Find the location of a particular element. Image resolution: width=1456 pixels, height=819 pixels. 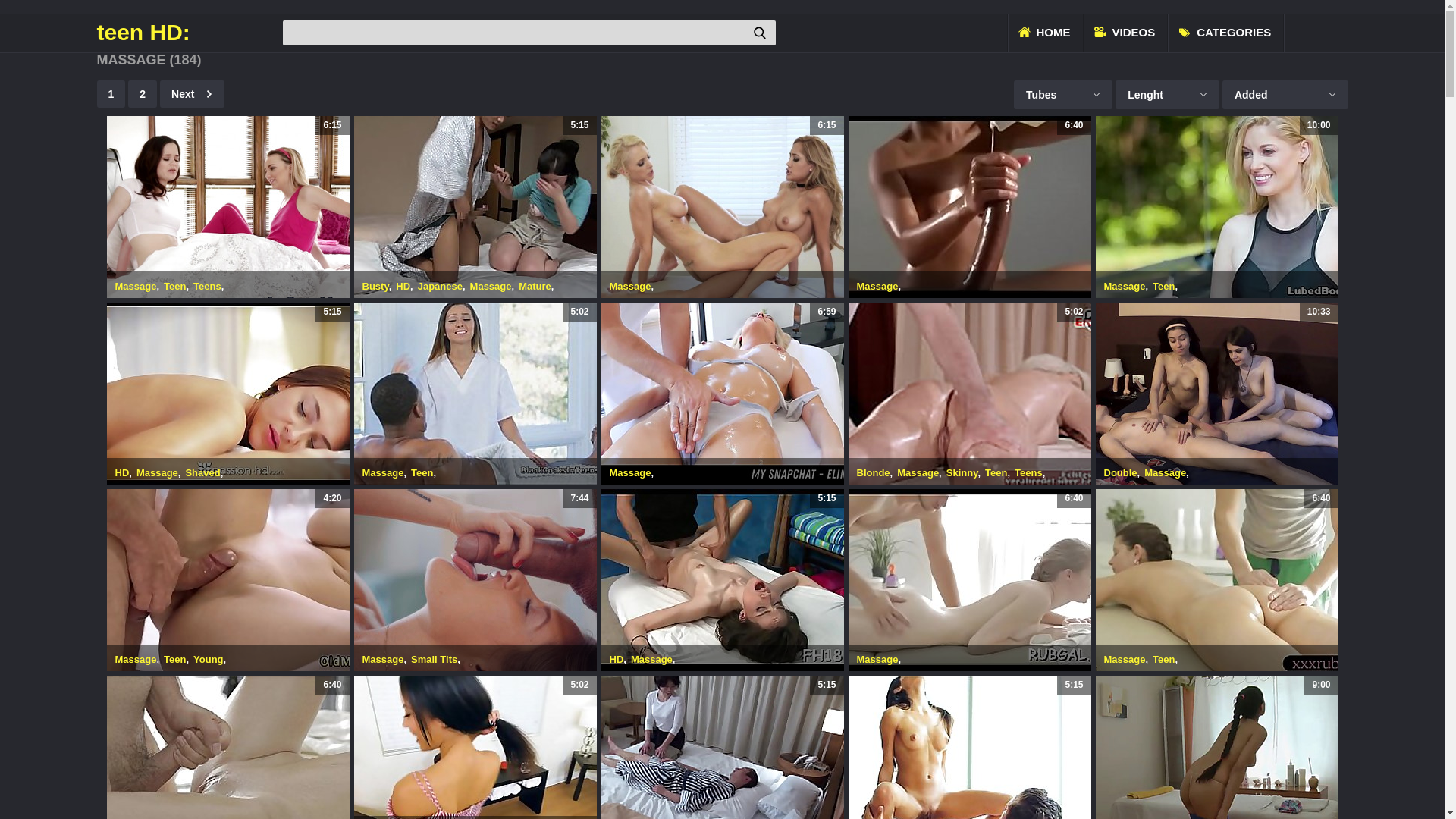

'4:20' is located at coordinates (226, 579).